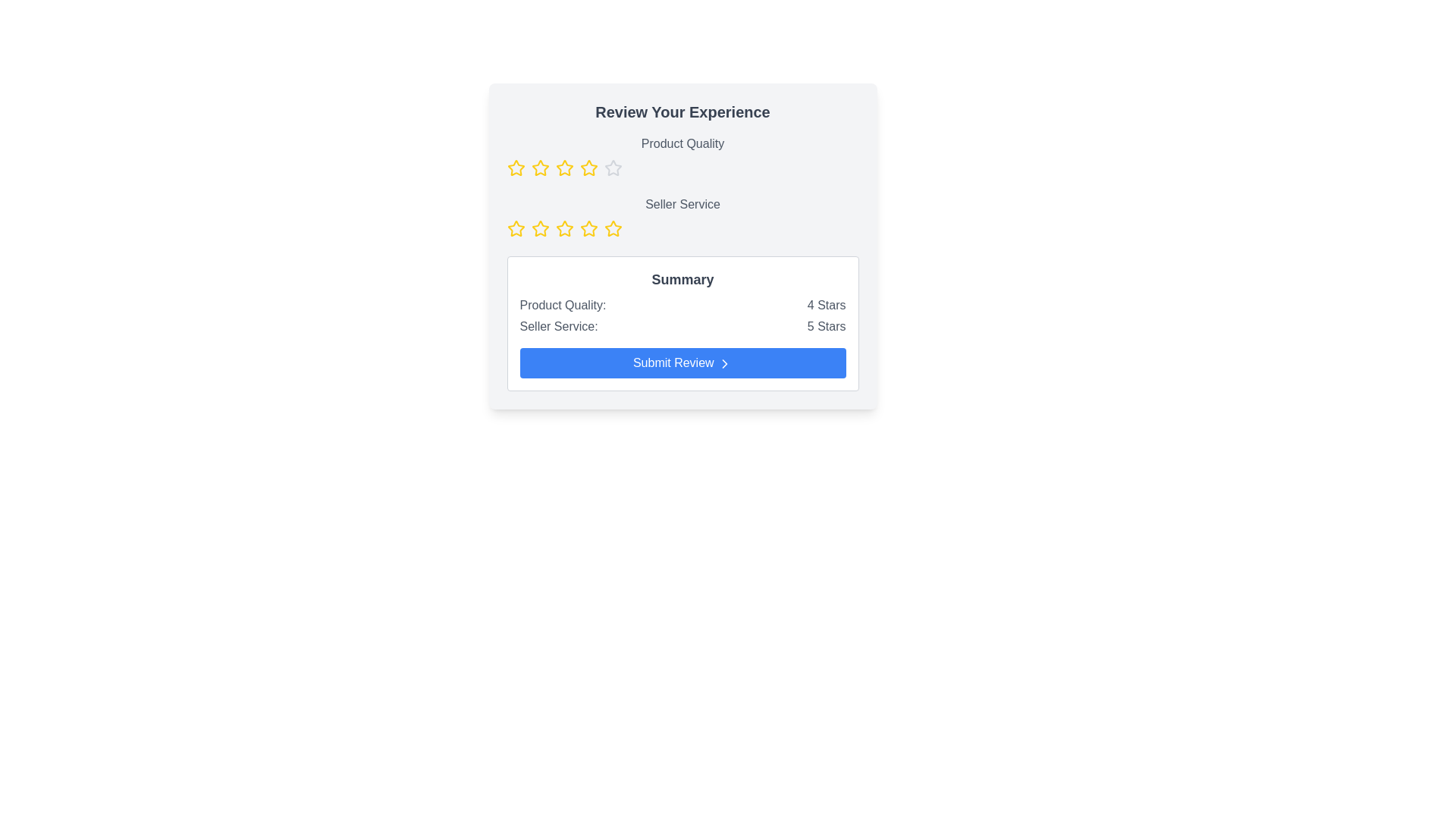 This screenshot has height=819, width=1456. Describe the element at coordinates (516, 228) in the screenshot. I see `the first star icon in the rating selector` at that location.